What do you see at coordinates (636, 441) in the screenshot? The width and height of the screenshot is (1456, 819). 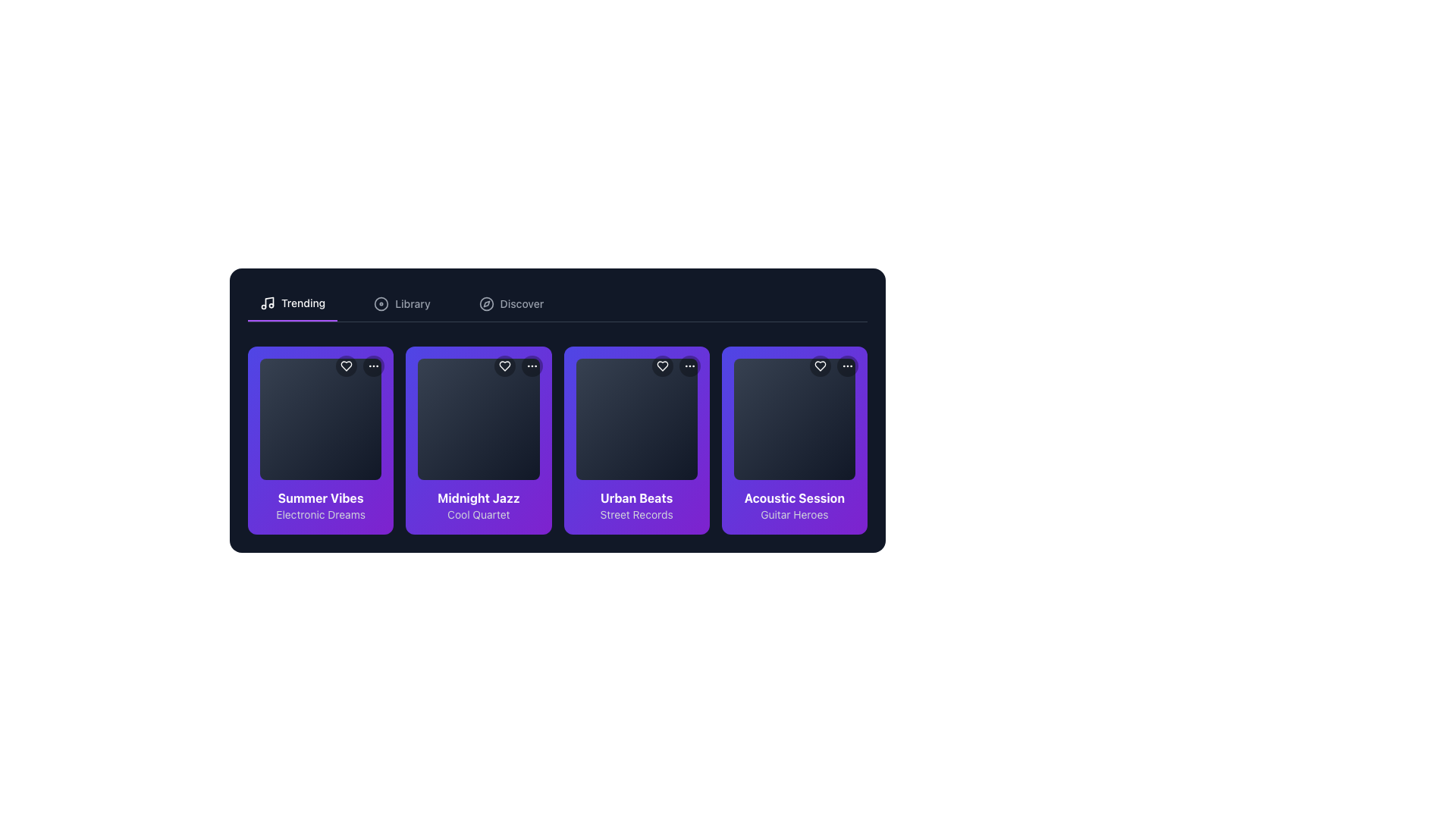 I see `the 'Urban Beats' interactive card with a gradient background in the 'Trending' section` at bounding box center [636, 441].